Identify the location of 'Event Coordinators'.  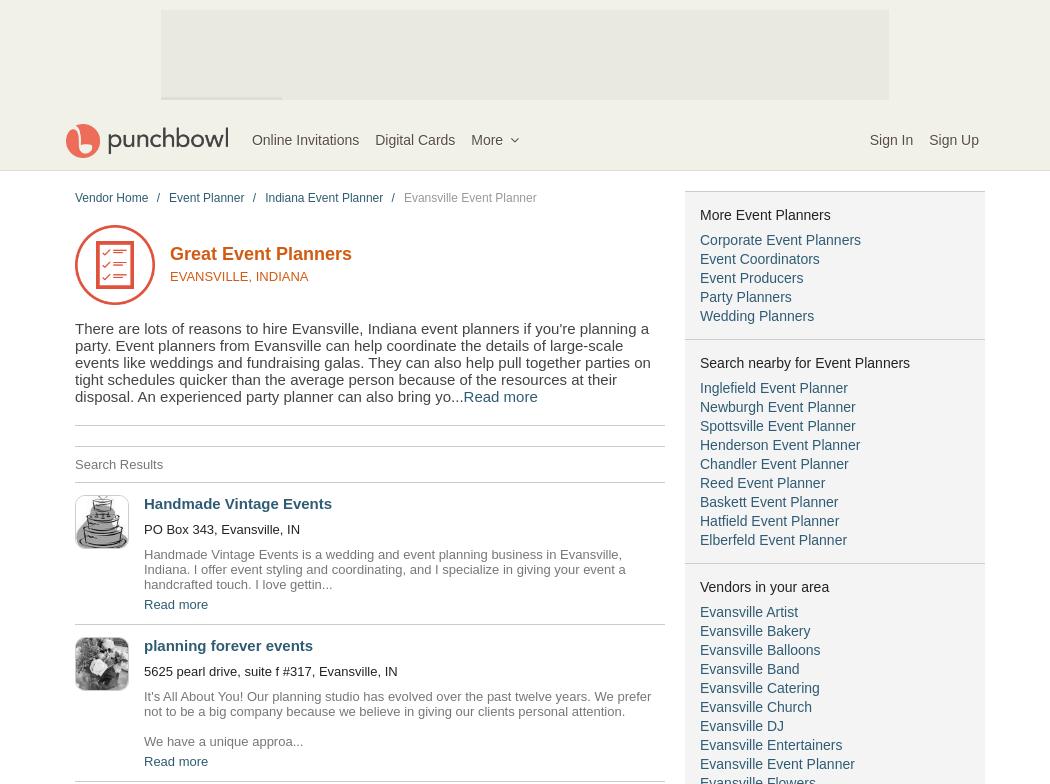
(759, 259).